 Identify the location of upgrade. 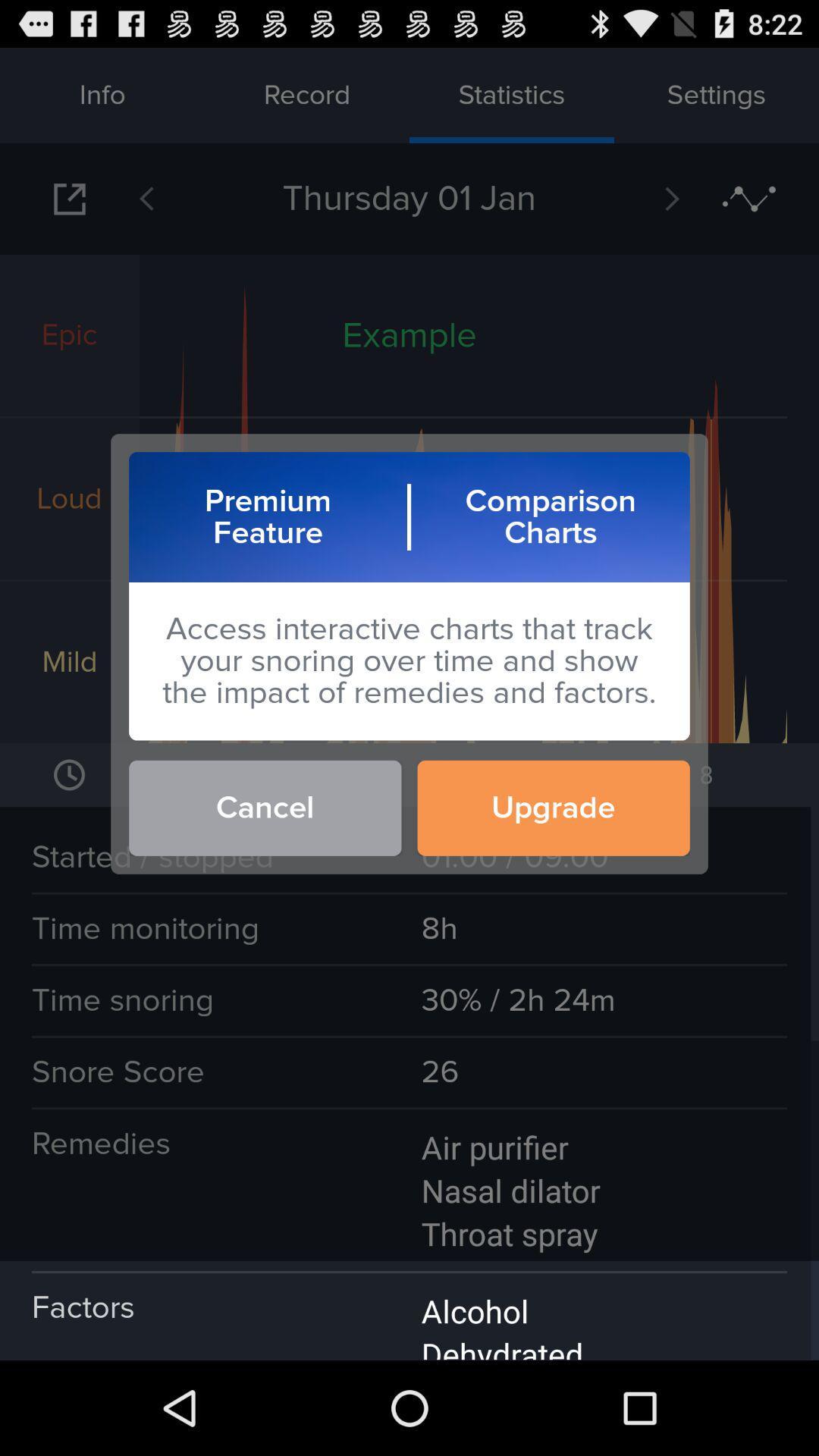
(554, 807).